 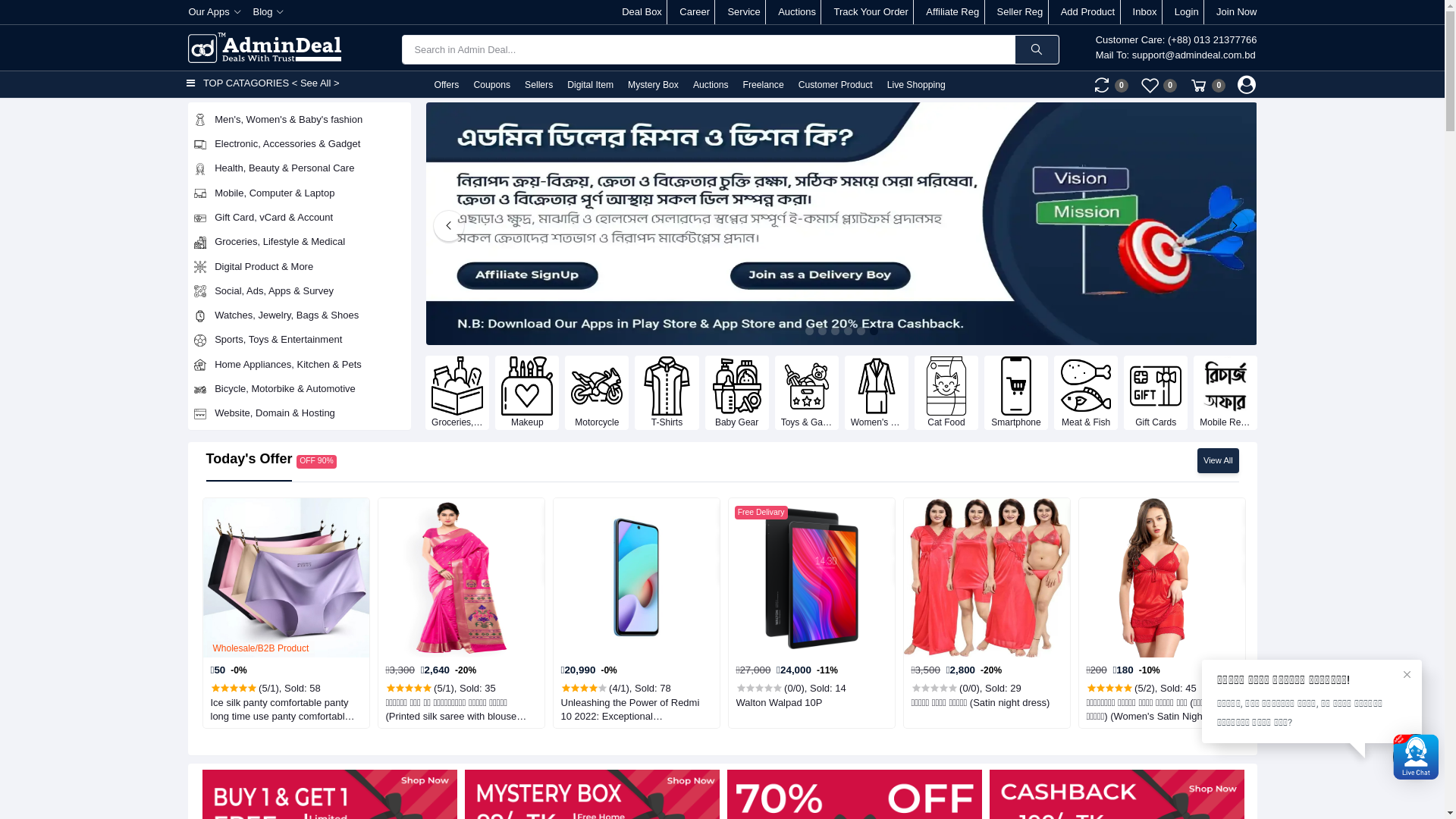 What do you see at coordinates (300, 192) in the screenshot?
I see `'Mobile, Computer & Laptop'` at bounding box center [300, 192].